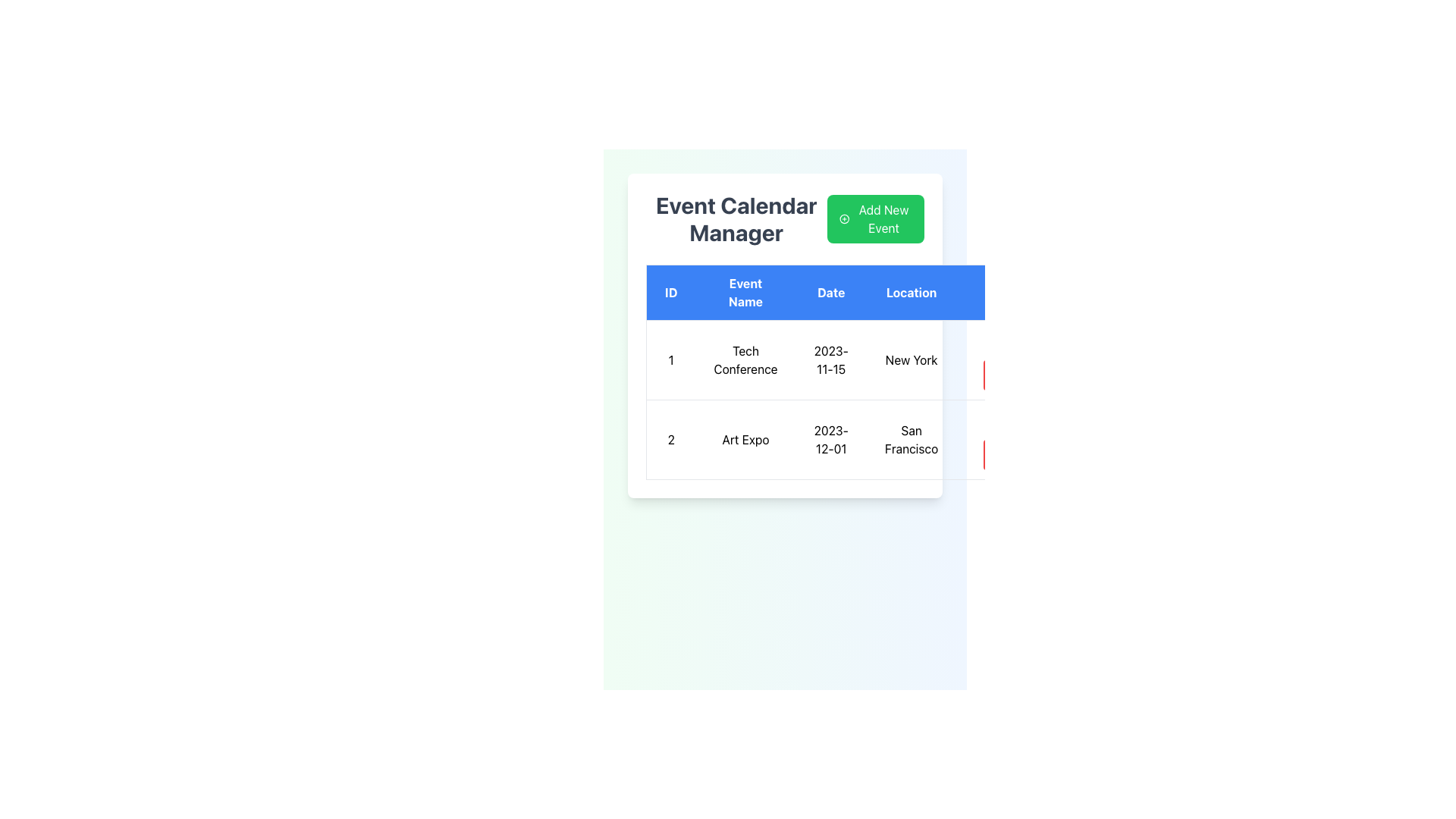 Image resolution: width=1456 pixels, height=819 pixels. Describe the element at coordinates (830, 359) in the screenshot. I see `the static text element displaying the event date located in the third column of the first row of the table under the 'Event Calendar Manager' header` at that location.